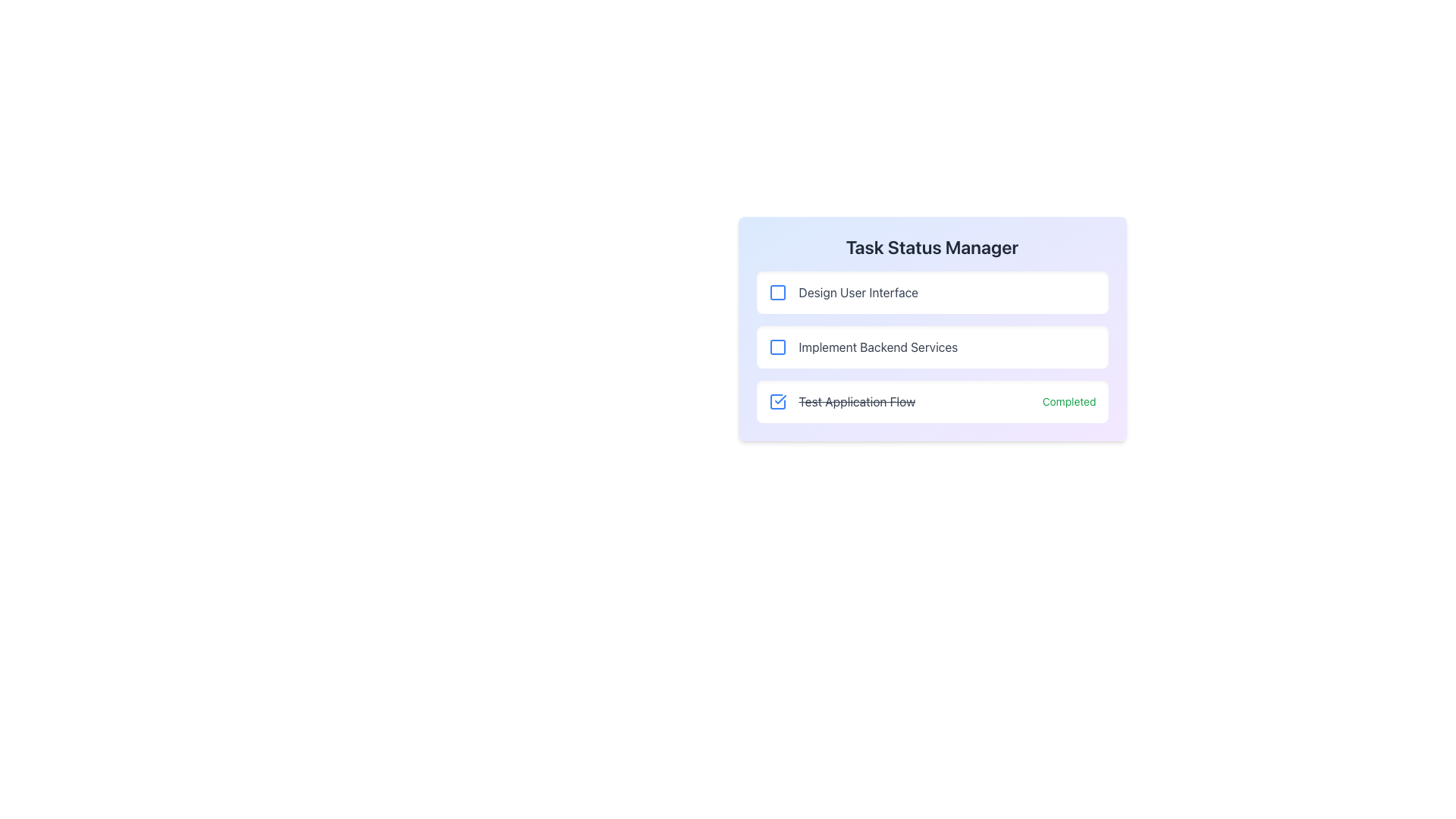 The height and width of the screenshot is (819, 1456). I want to click on the text label indicating 'Test Application Flow', which is marked as completed, so click(857, 400).